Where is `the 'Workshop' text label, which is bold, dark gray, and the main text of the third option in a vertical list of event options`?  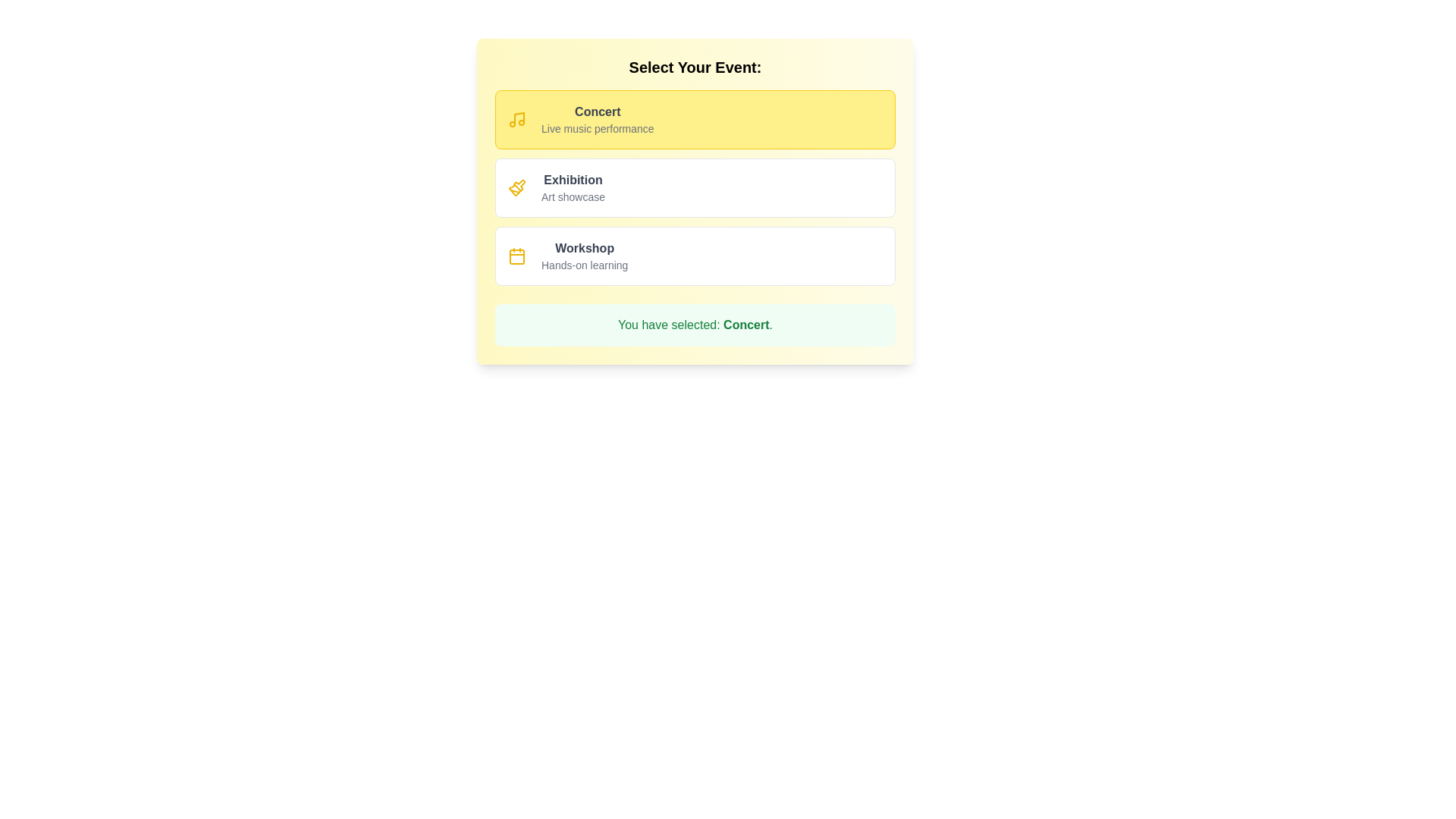
the 'Workshop' text label, which is bold, dark gray, and the main text of the third option in a vertical list of event options is located at coordinates (584, 247).